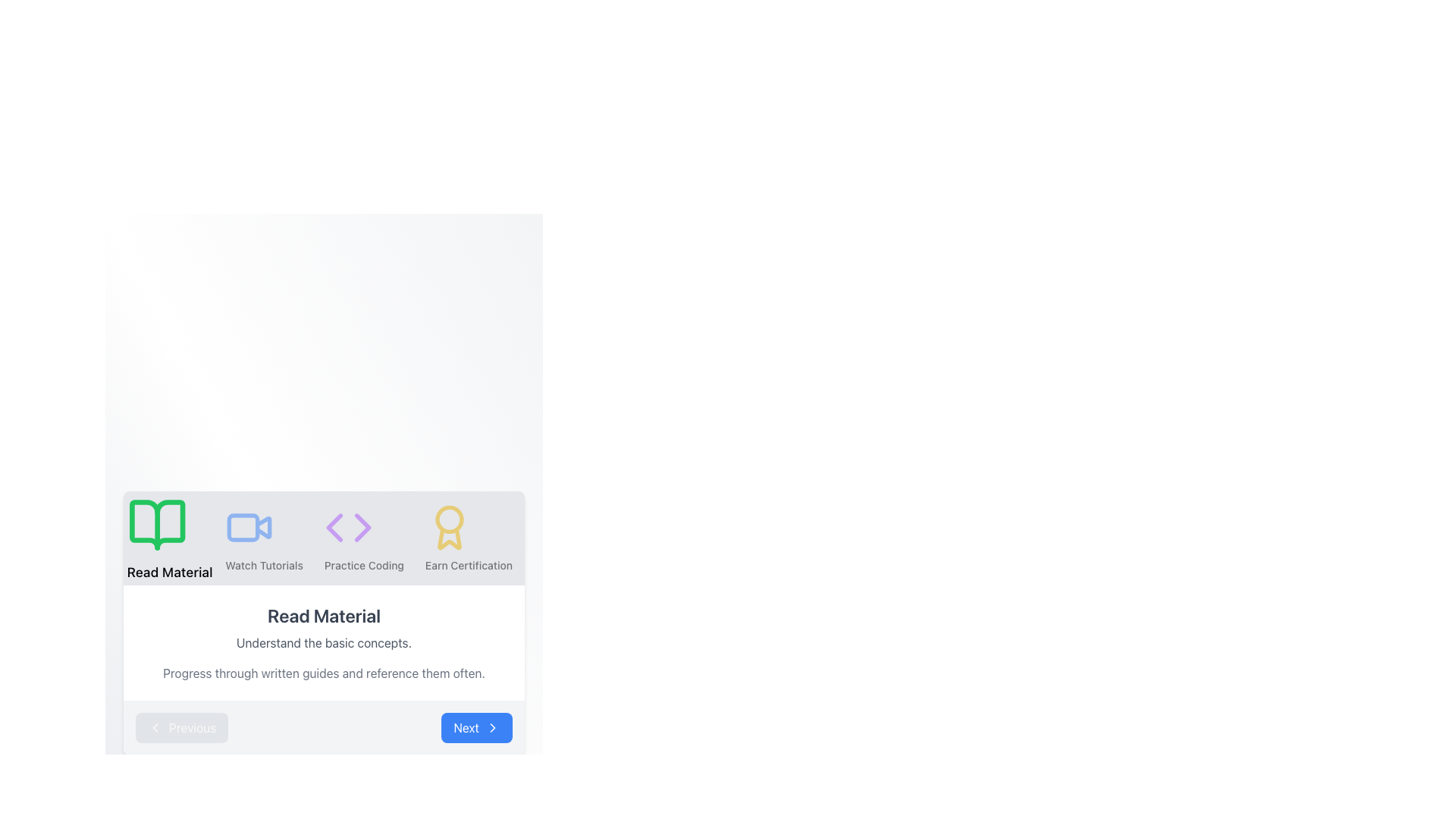 This screenshot has width=1456, height=819. I want to click on the navigation button located at the bottom right corner of the interface, adjacent to the 'Previous' button, so click(476, 727).